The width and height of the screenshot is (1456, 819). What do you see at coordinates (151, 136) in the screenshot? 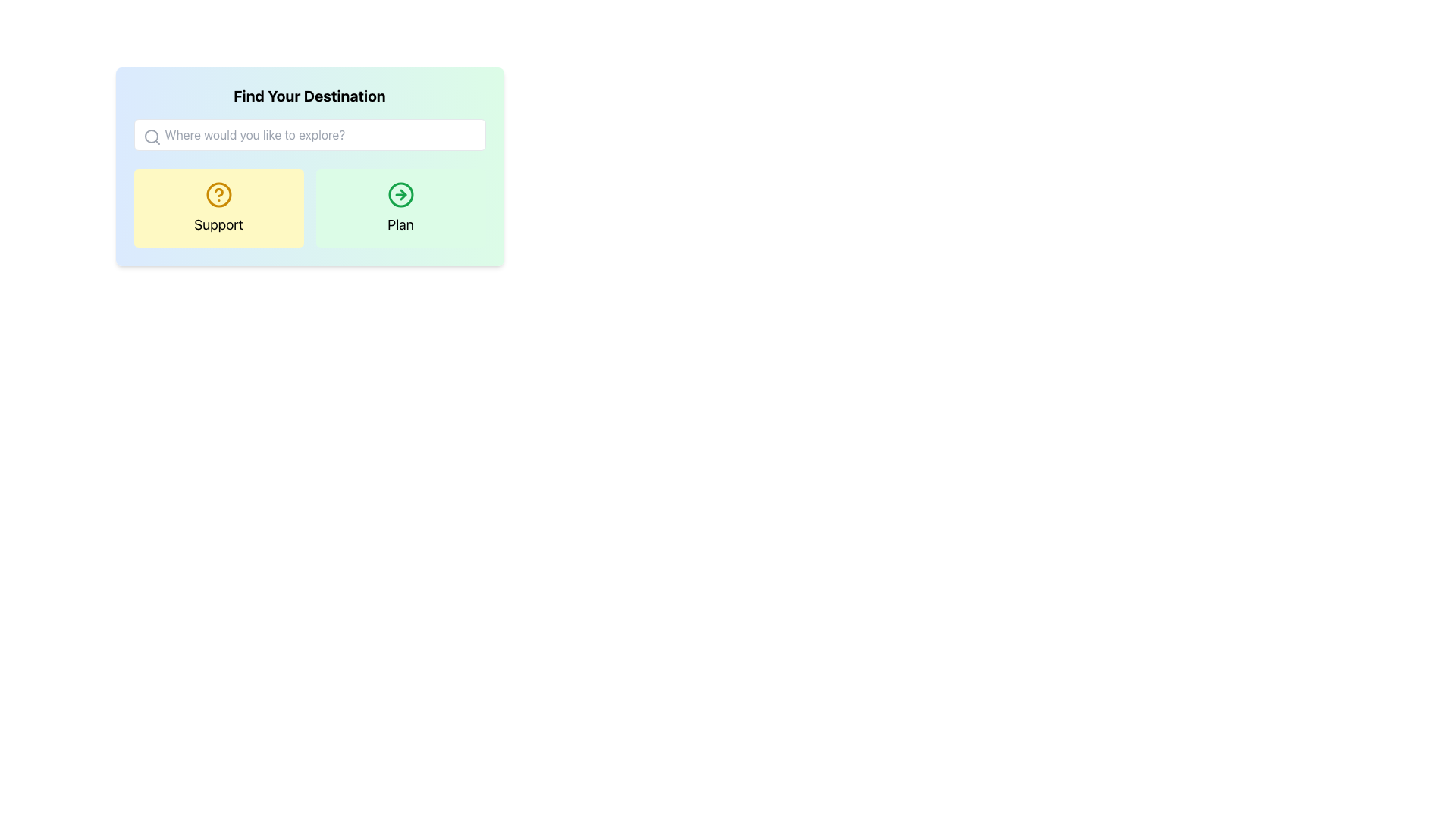
I see `the SVG Circle Element that forms the main body of the search icon located on the left side of the search input box` at bounding box center [151, 136].